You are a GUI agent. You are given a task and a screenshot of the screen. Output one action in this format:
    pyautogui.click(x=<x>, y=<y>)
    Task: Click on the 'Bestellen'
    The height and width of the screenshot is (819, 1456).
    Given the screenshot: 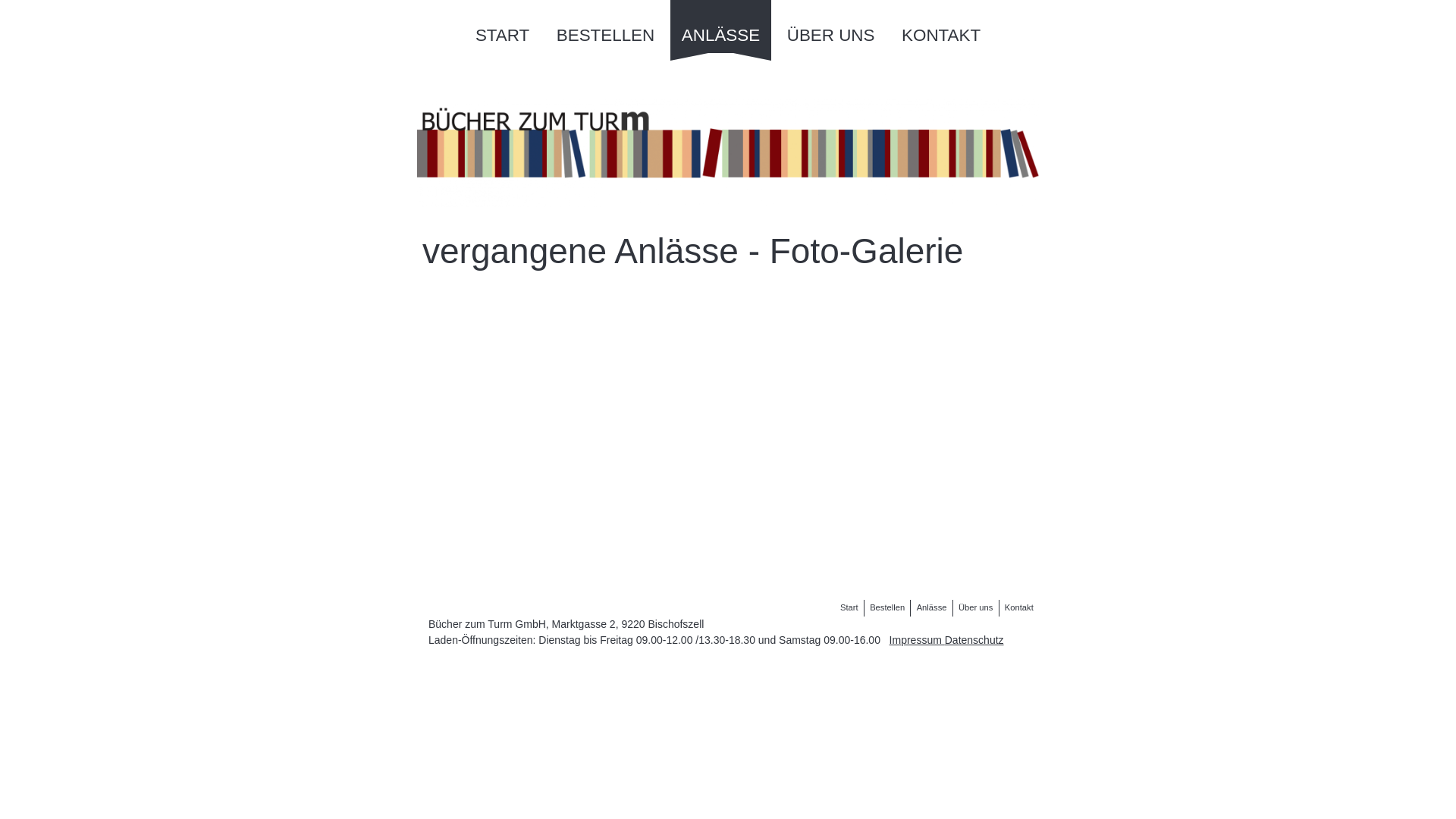 What is the action you would take?
    pyautogui.click(x=887, y=607)
    